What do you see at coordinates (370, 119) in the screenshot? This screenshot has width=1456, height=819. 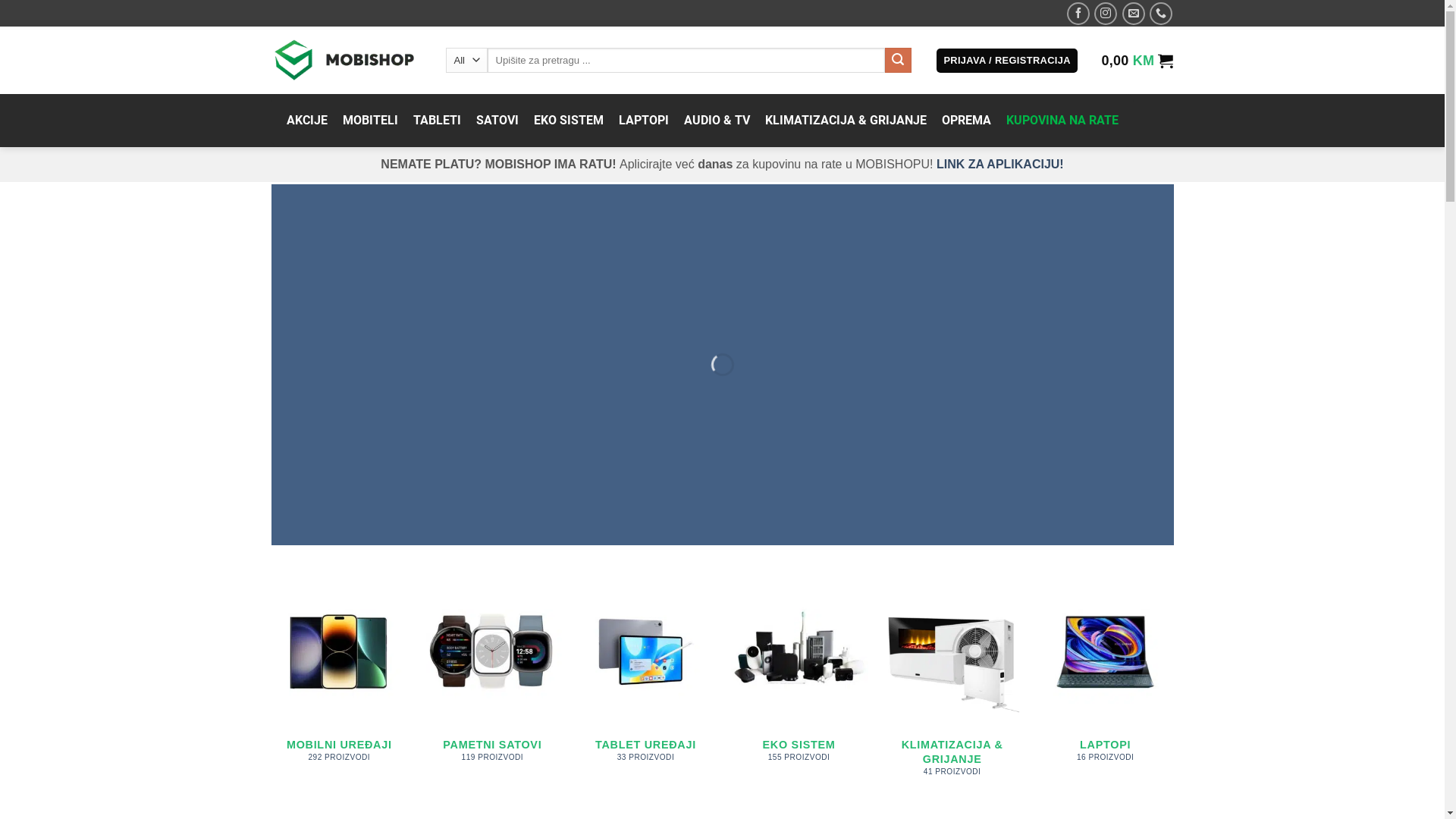 I see `'MOBITELI'` at bounding box center [370, 119].